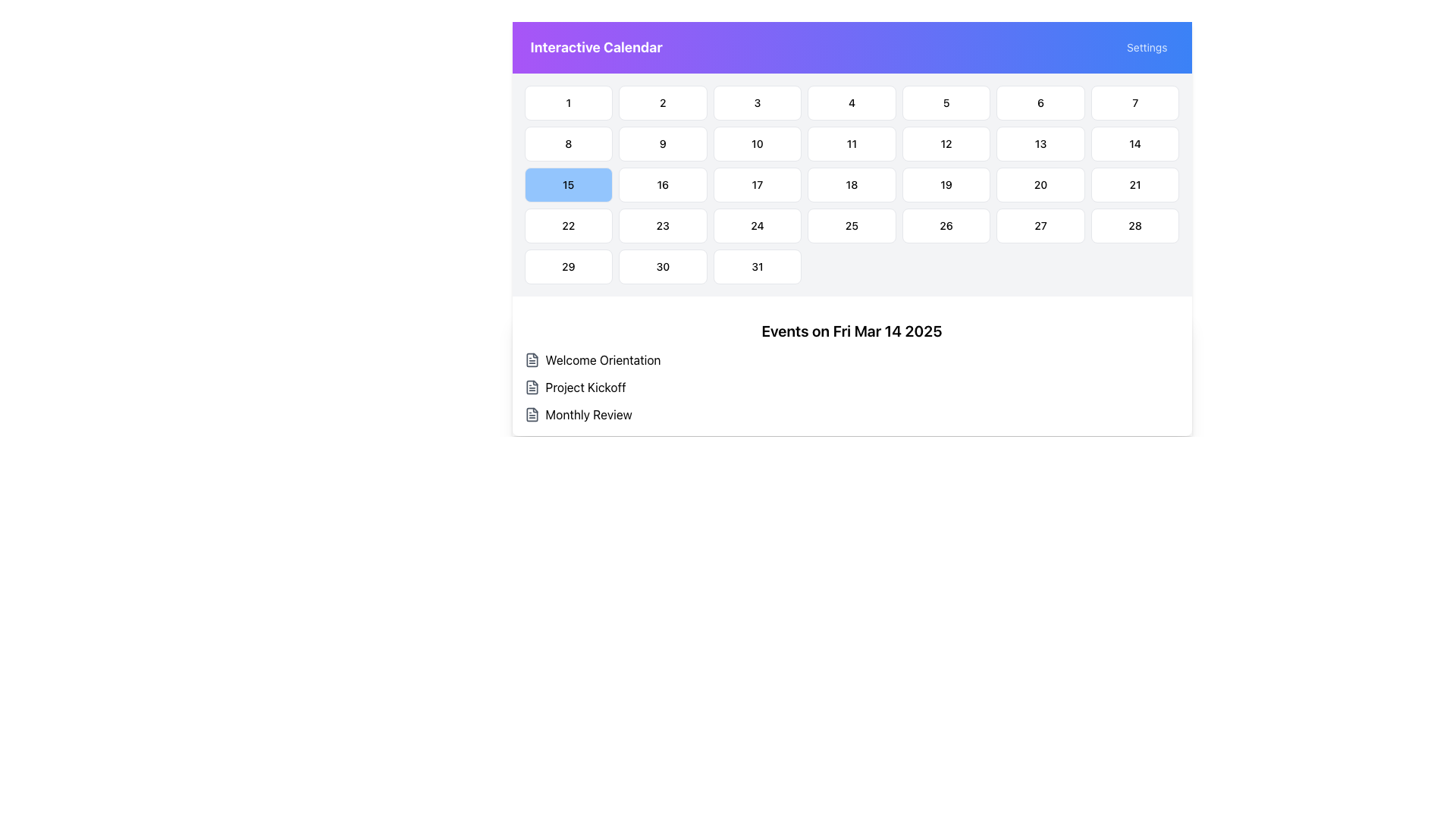 The width and height of the screenshot is (1456, 819). Describe the element at coordinates (532, 415) in the screenshot. I see `the graphical file icon with rounded edges located to the left of the 'Monthly Review' text in the calendar interface, which is the third entry in the list` at that location.